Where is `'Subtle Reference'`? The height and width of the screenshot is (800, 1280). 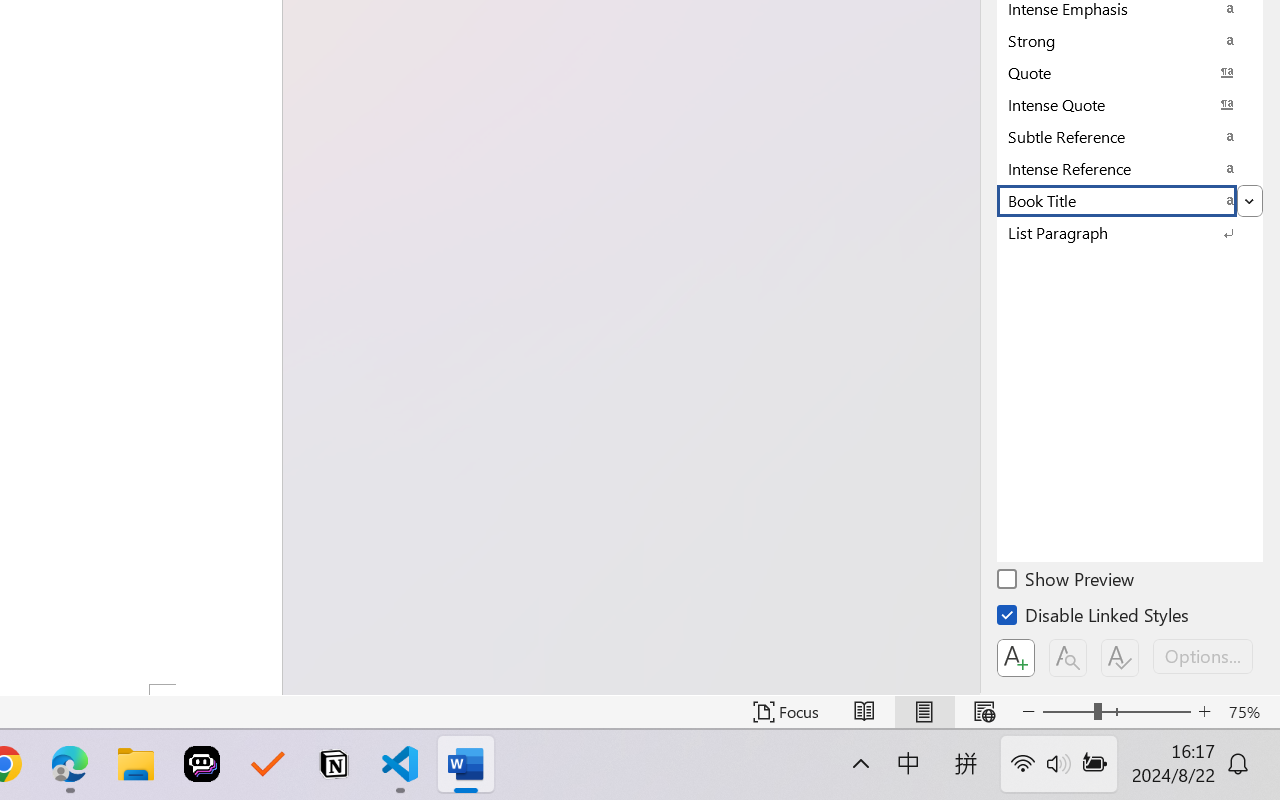 'Subtle Reference' is located at coordinates (1130, 136).